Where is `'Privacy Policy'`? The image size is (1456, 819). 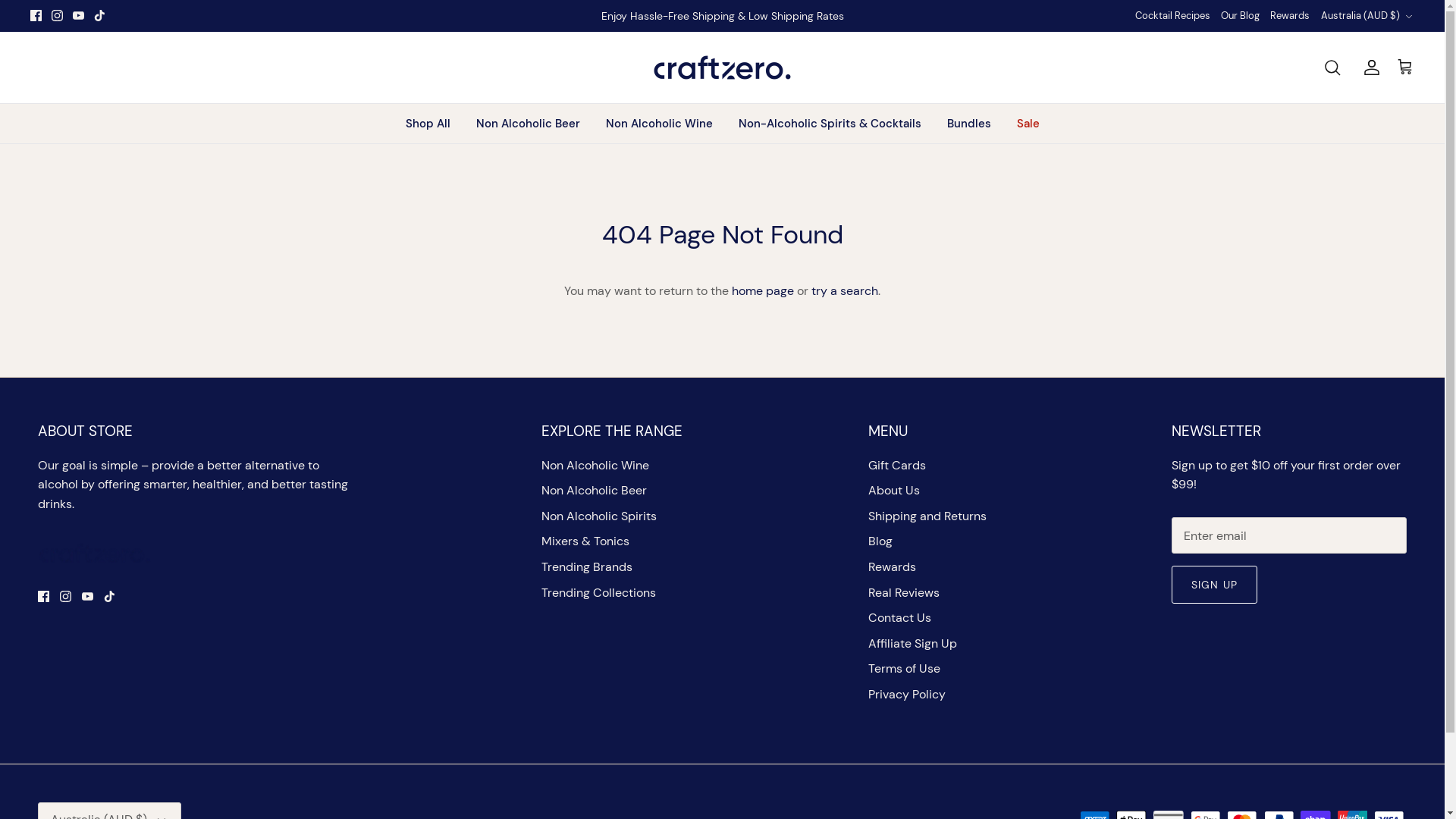
'Privacy Policy' is located at coordinates (906, 694).